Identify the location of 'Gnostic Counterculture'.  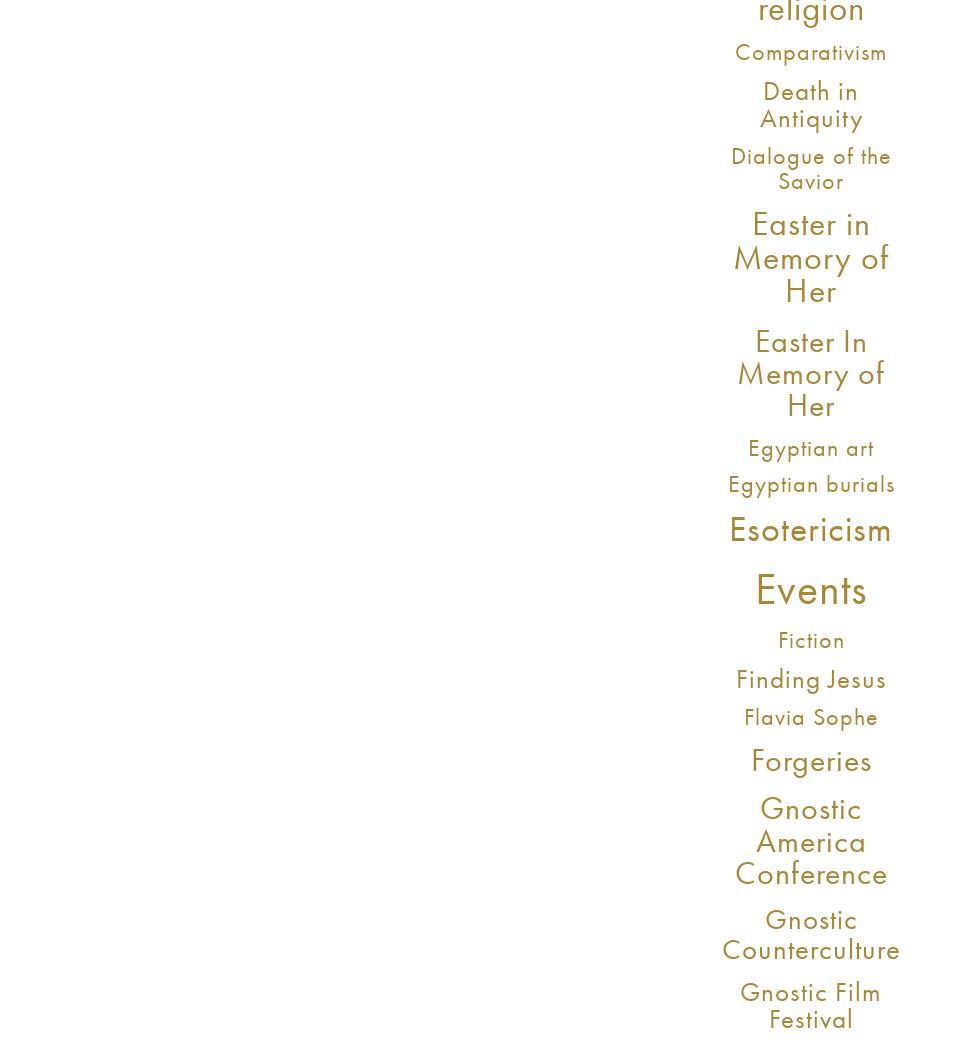
(809, 933).